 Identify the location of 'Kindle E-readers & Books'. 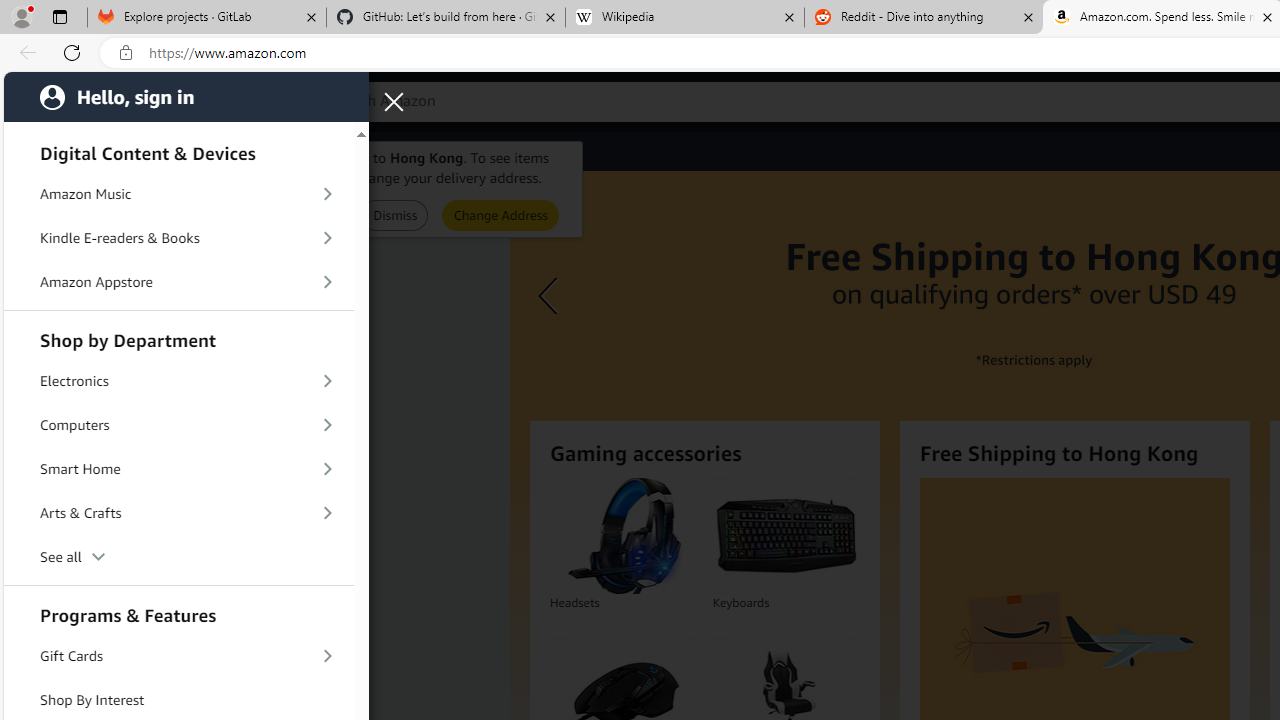
(179, 237).